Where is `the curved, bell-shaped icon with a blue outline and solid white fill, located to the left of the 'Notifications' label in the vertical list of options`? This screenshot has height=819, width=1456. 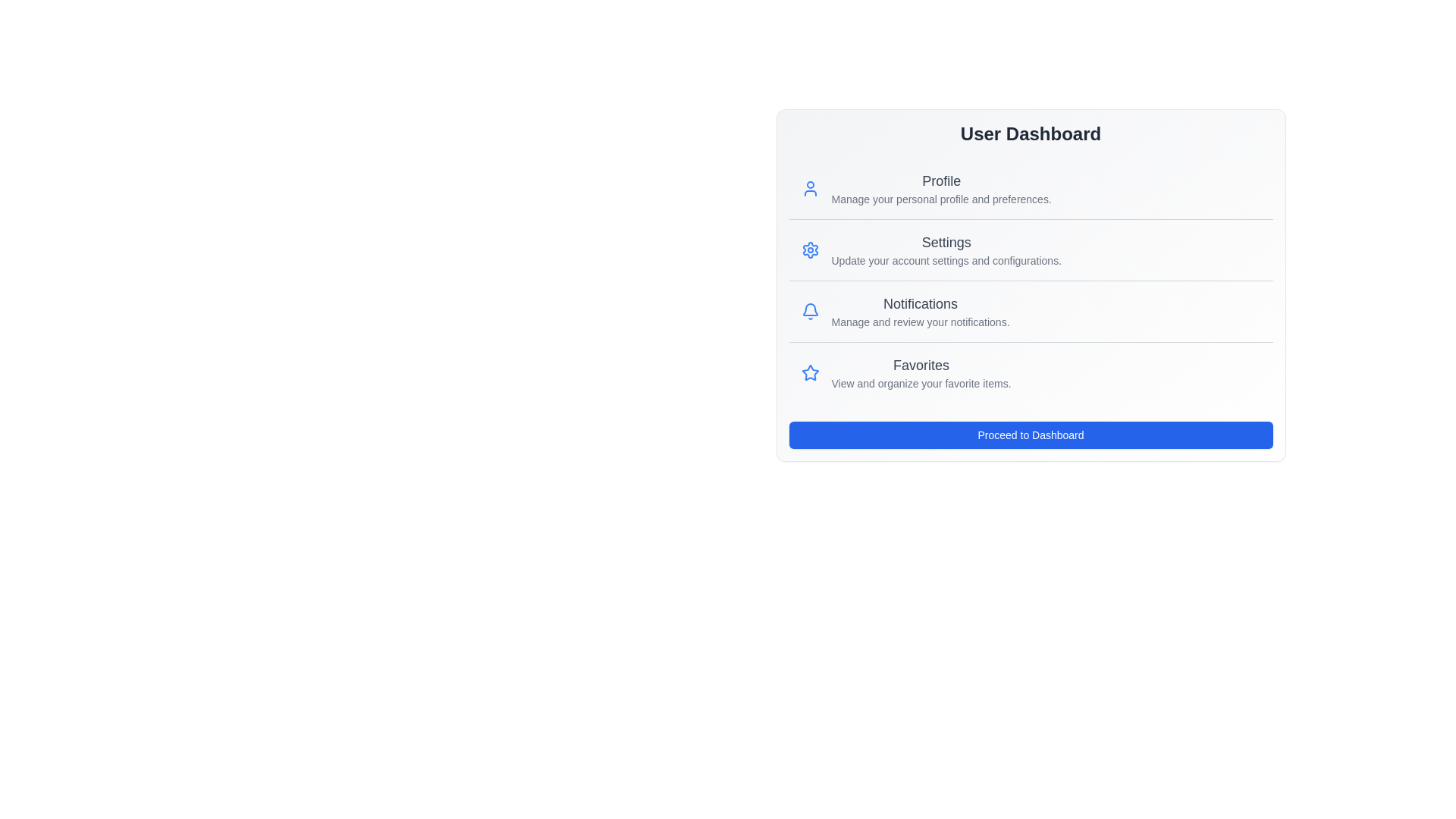 the curved, bell-shaped icon with a blue outline and solid white fill, located to the left of the 'Notifications' label in the vertical list of options is located at coordinates (809, 309).